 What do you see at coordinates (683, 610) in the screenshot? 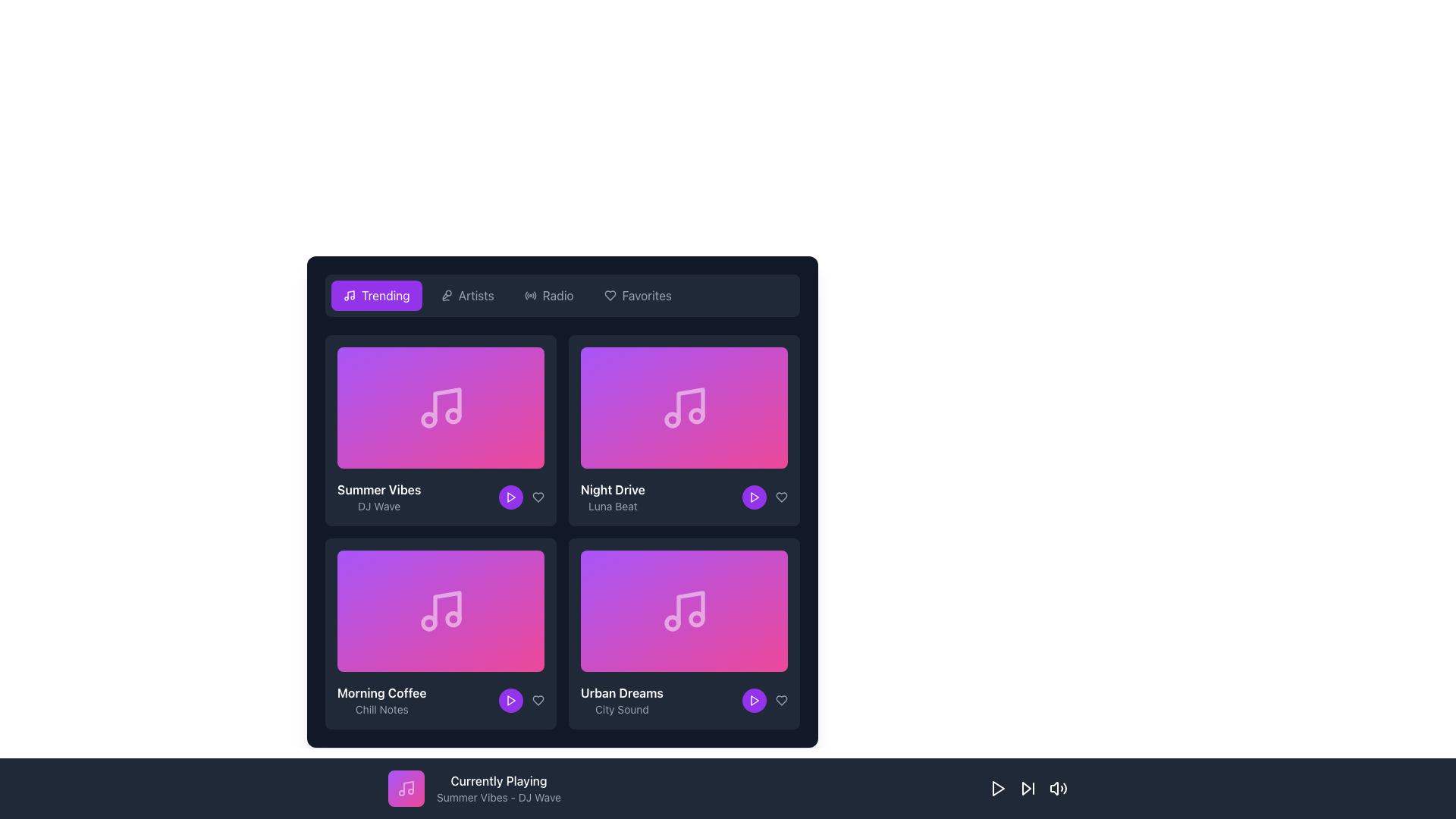
I see `the music note icon with a purple to pink gradient background located in the 'Urban Dreams' music card at the bottom-right of the grid` at bounding box center [683, 610].